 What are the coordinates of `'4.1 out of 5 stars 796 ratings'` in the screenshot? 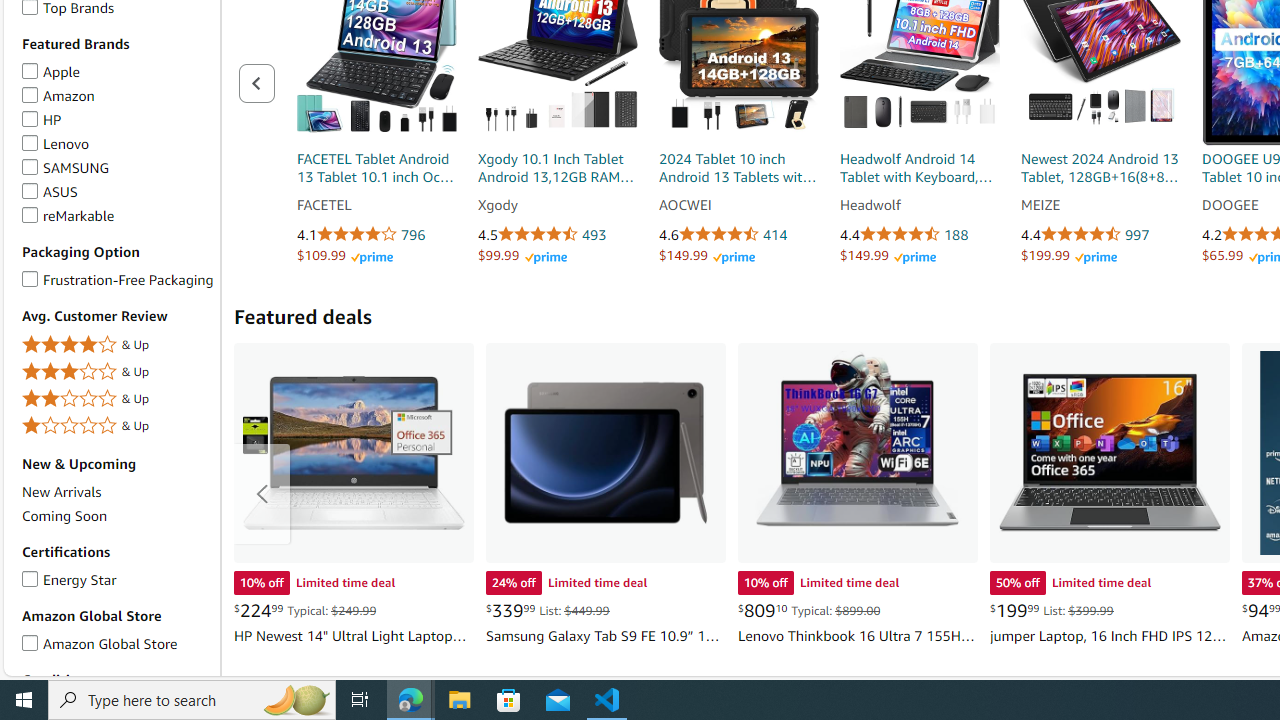 It's located at (376, 234).